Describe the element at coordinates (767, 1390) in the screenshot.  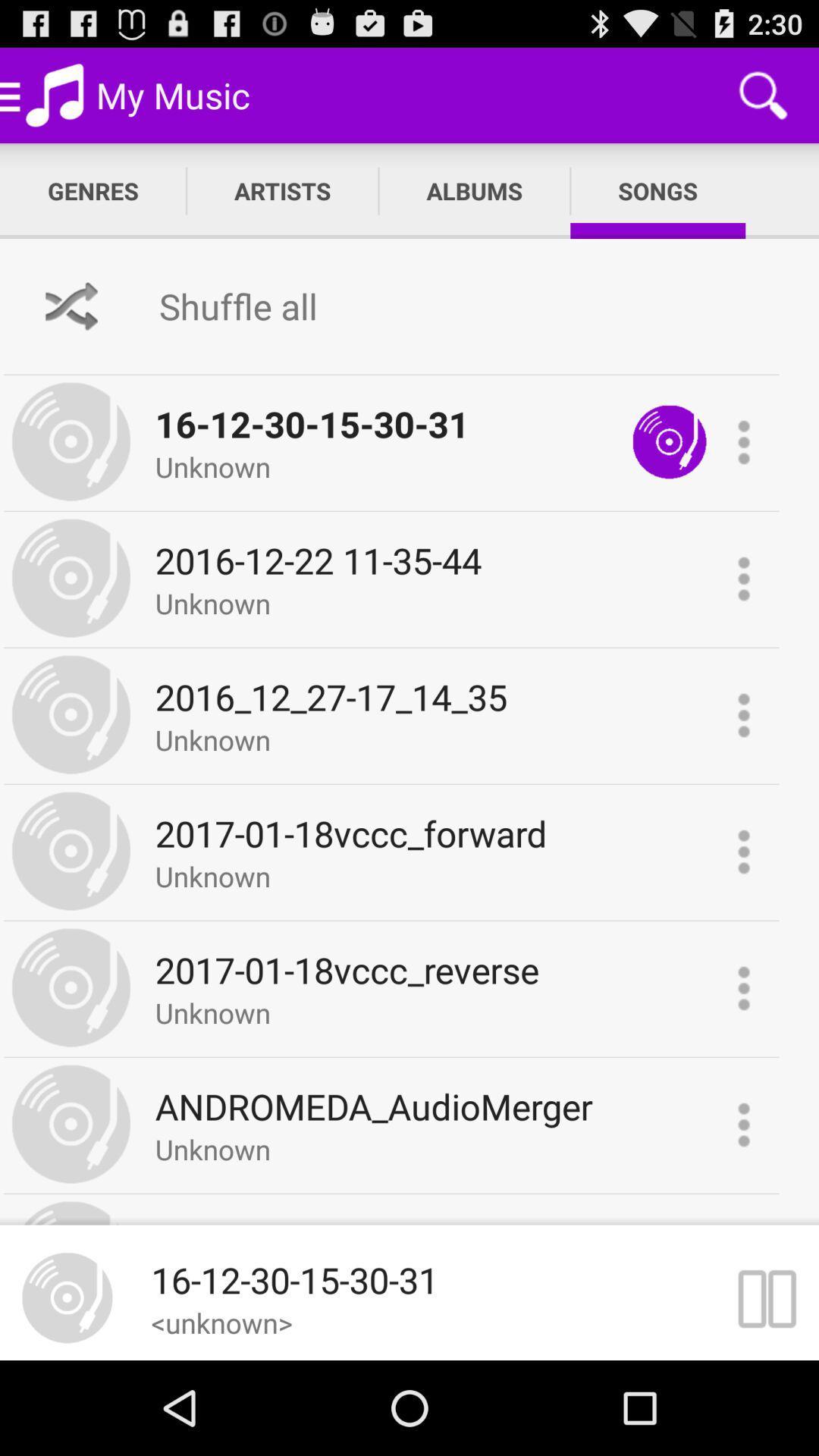
I see `the pause icon` at that location.